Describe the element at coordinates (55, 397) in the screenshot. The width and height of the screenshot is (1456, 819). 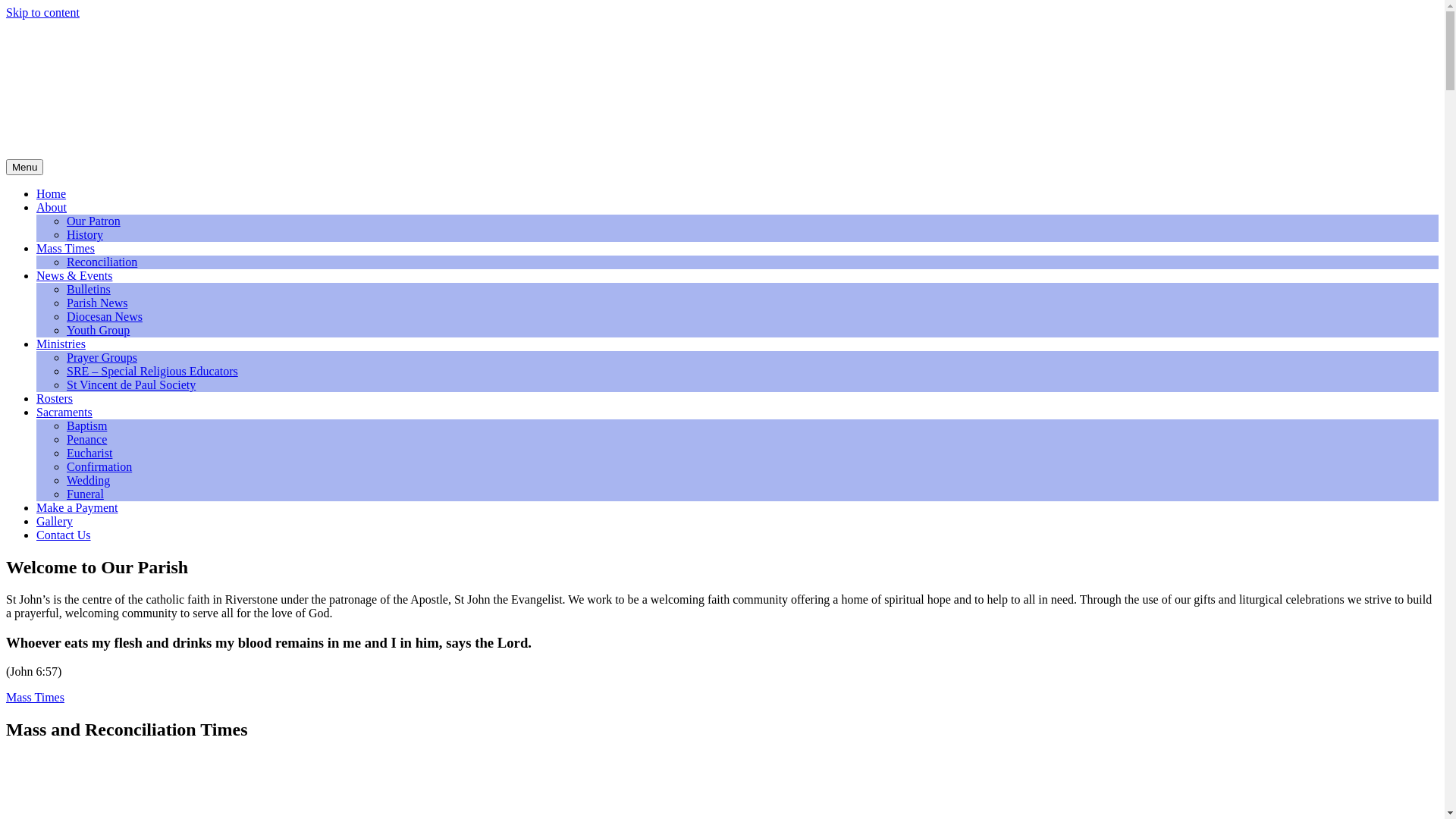
I see `'Rosters'` at that location.